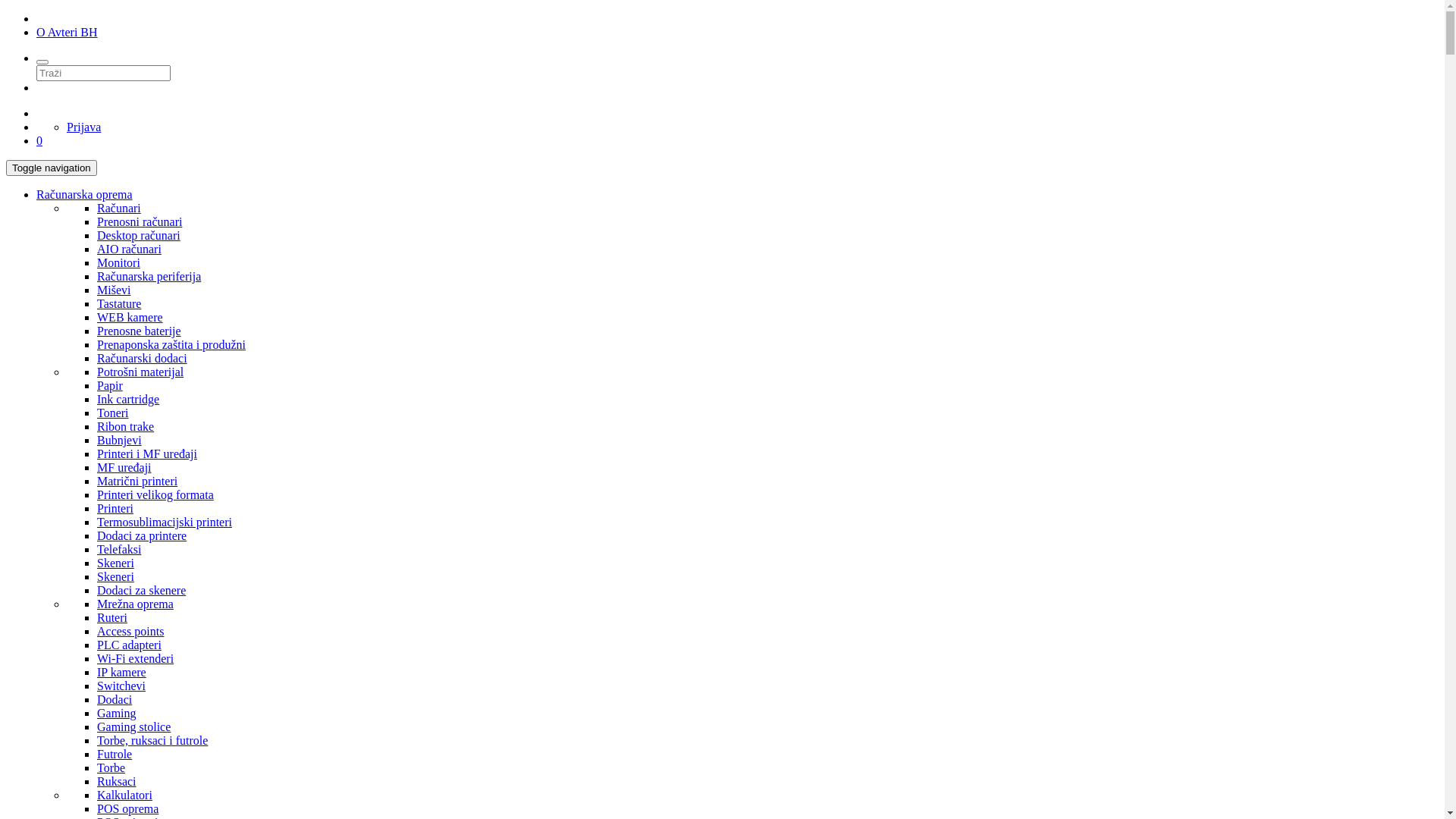 The image size is (1456, 819). I want to click on 'Futrole', so click(113, 754).